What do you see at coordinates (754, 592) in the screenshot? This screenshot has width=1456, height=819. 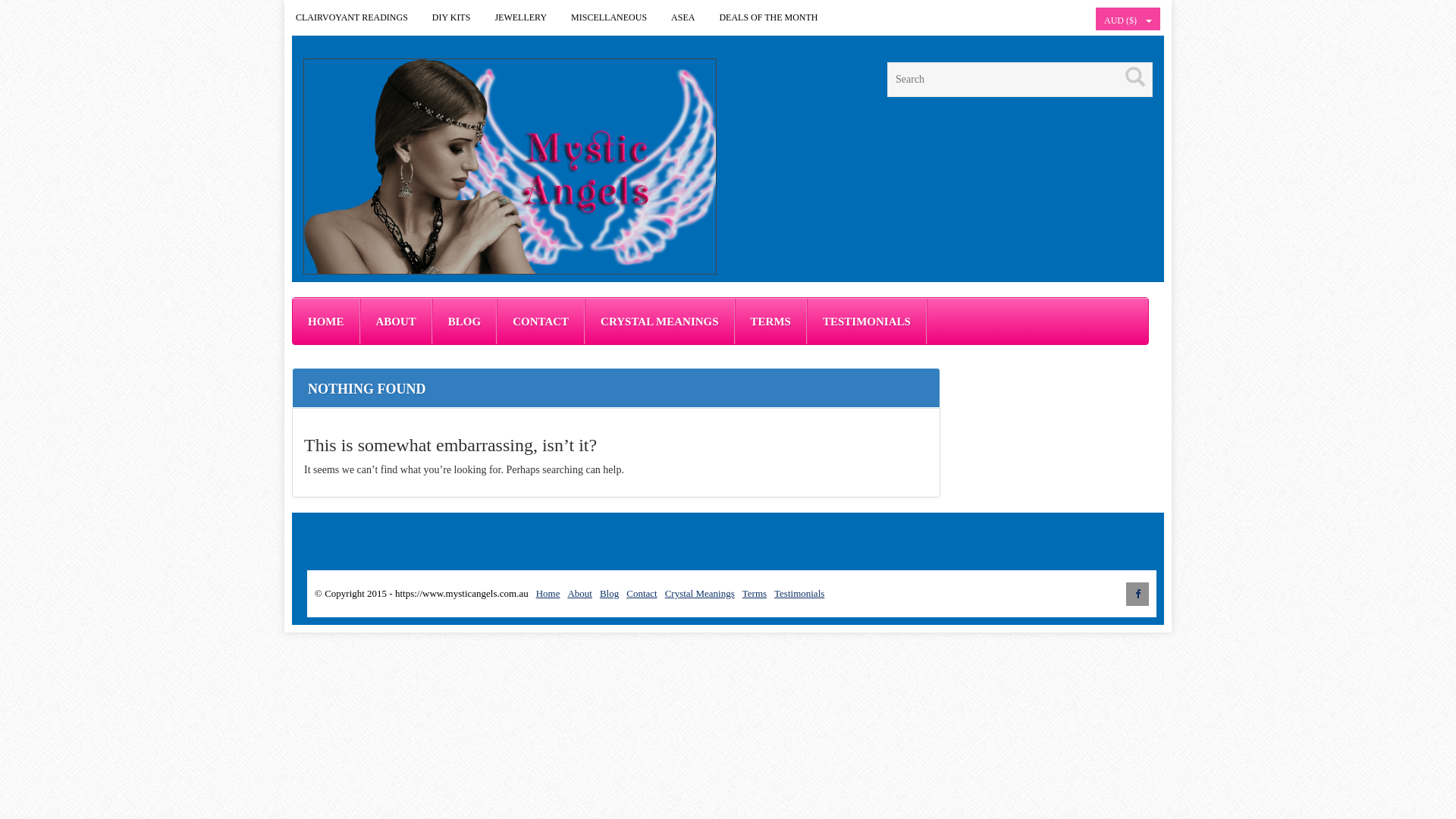 I see `'Terms'` at bounding box center [754, 592].